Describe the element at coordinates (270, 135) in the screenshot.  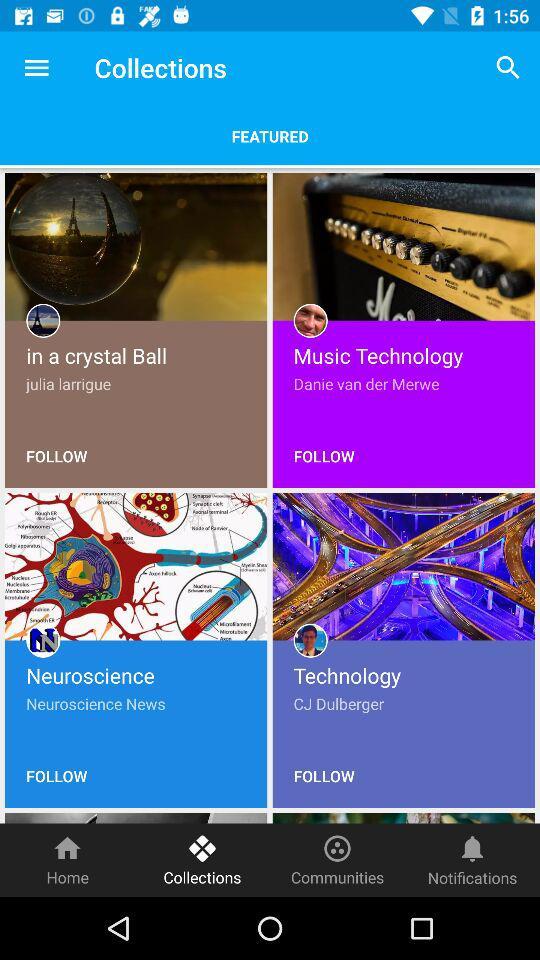
I see `the icon at the top` at that location.